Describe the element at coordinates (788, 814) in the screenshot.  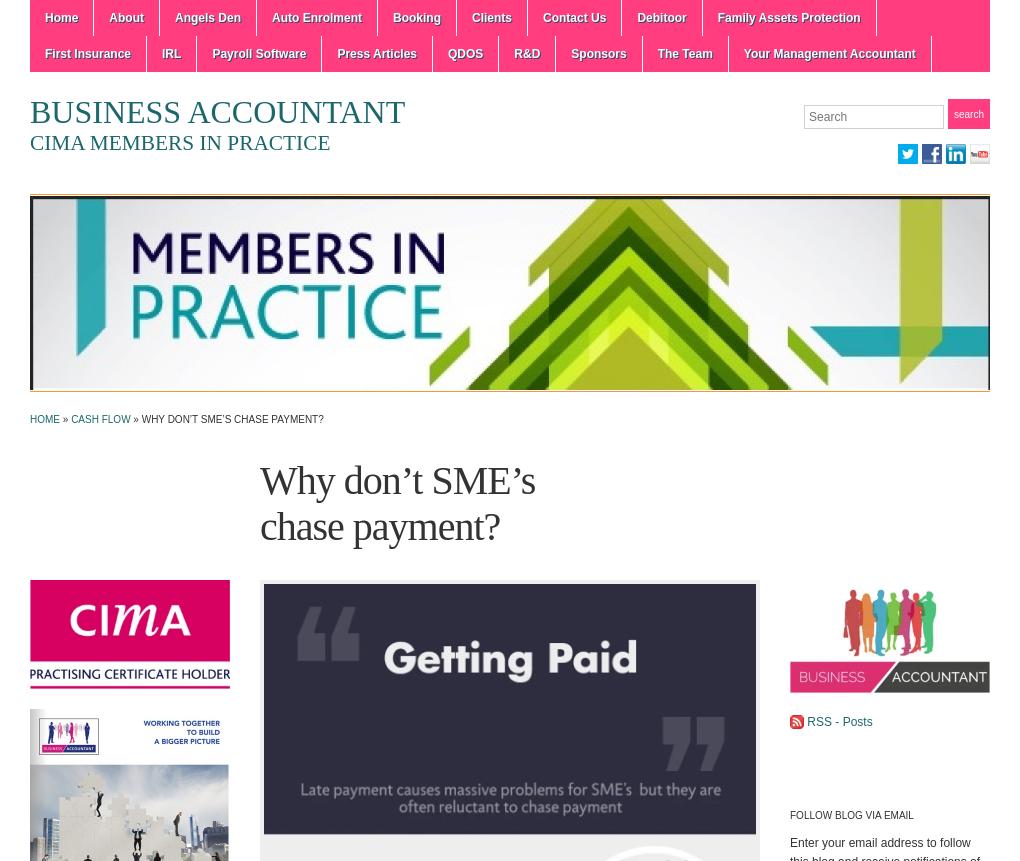
I see `'Follow Blog via Email'` at that location.